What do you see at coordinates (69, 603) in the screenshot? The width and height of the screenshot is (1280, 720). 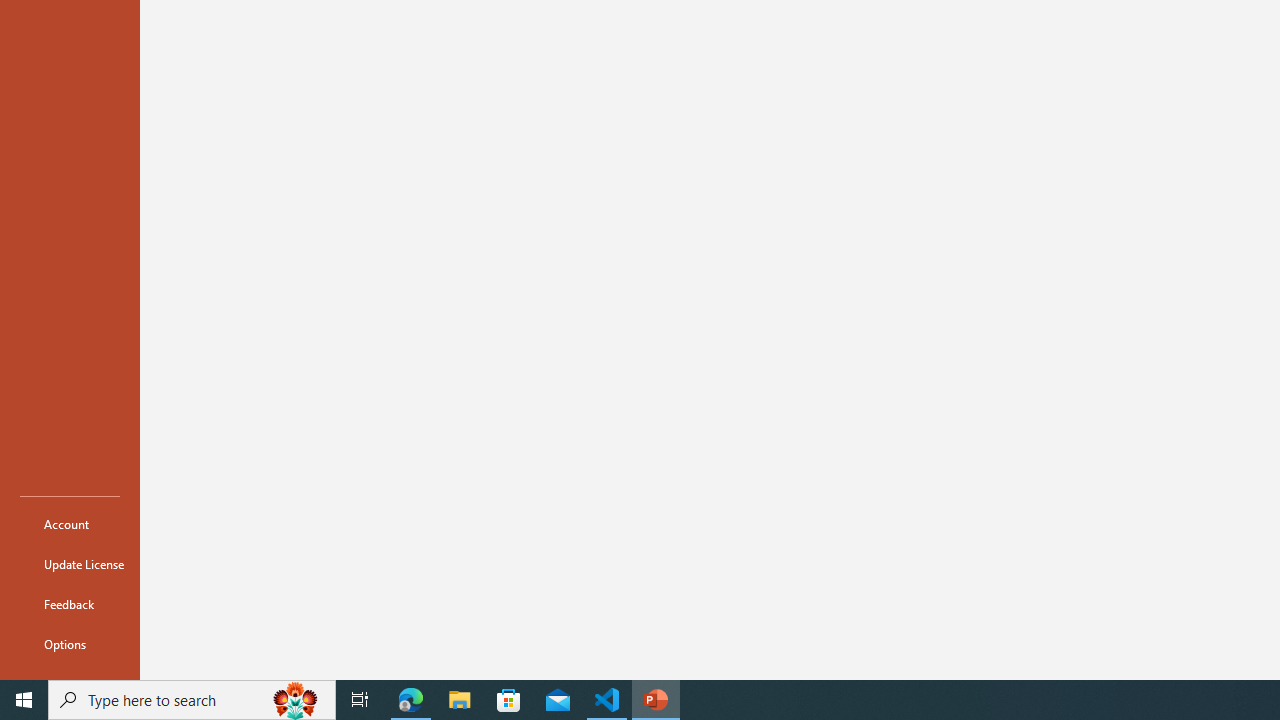 I see `'Feedback'` at bounding box center [69, 603].